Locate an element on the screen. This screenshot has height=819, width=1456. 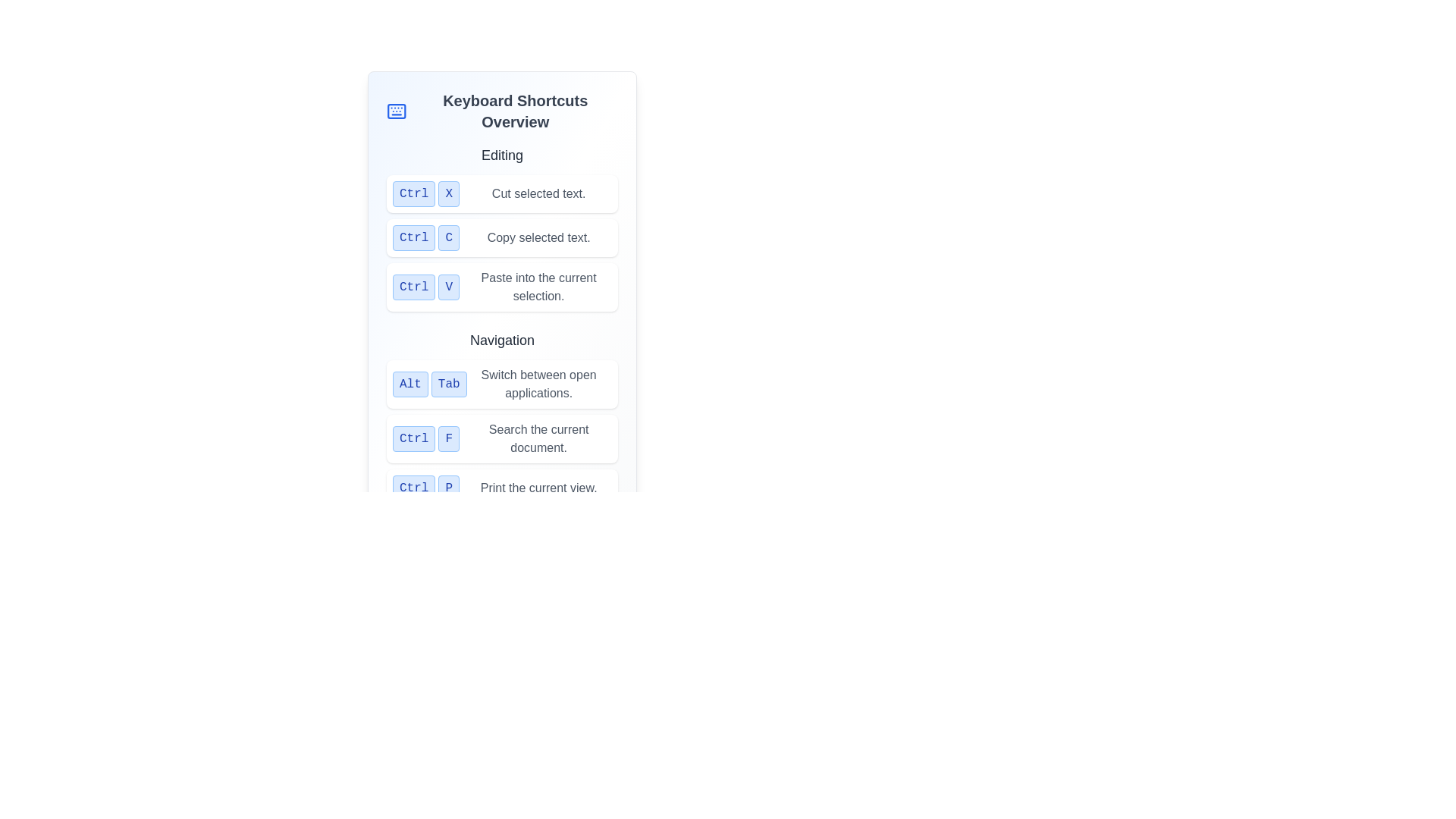
the text label indicating keyboard shortcuts category, located in the upper-middle part of the context, centrally aligned after the 'Editing' section is located at coordinates (502, 339).